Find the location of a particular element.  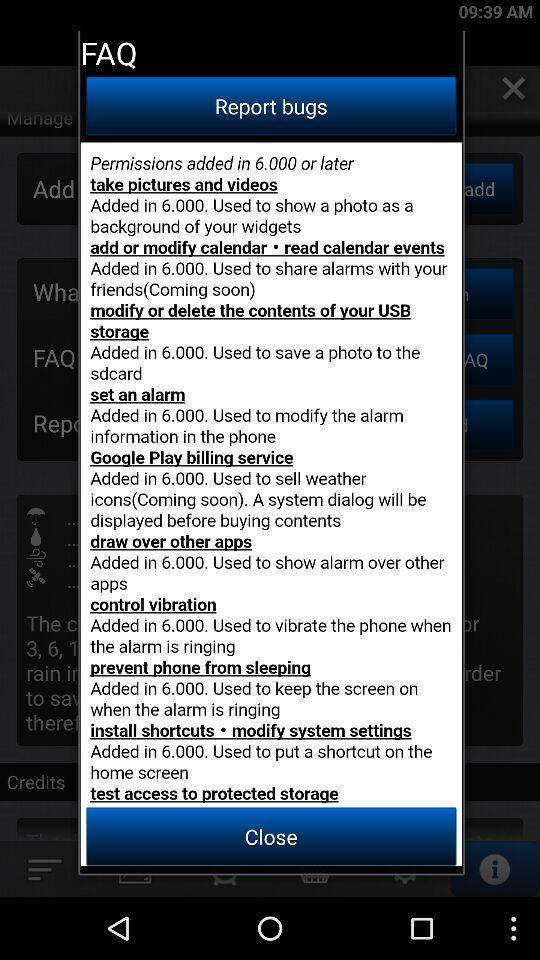

faq window is located at coordinates (270, 503).